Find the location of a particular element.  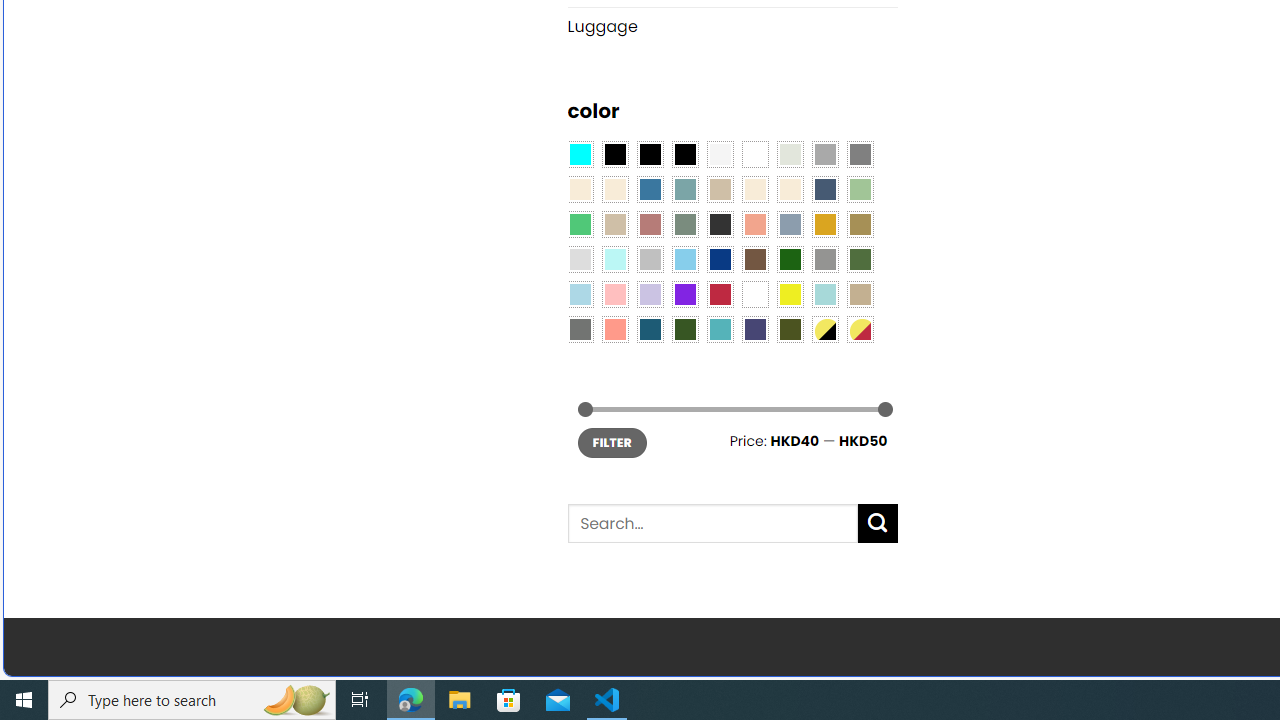

'Ash Gray' is located at coordinates (788, 153).